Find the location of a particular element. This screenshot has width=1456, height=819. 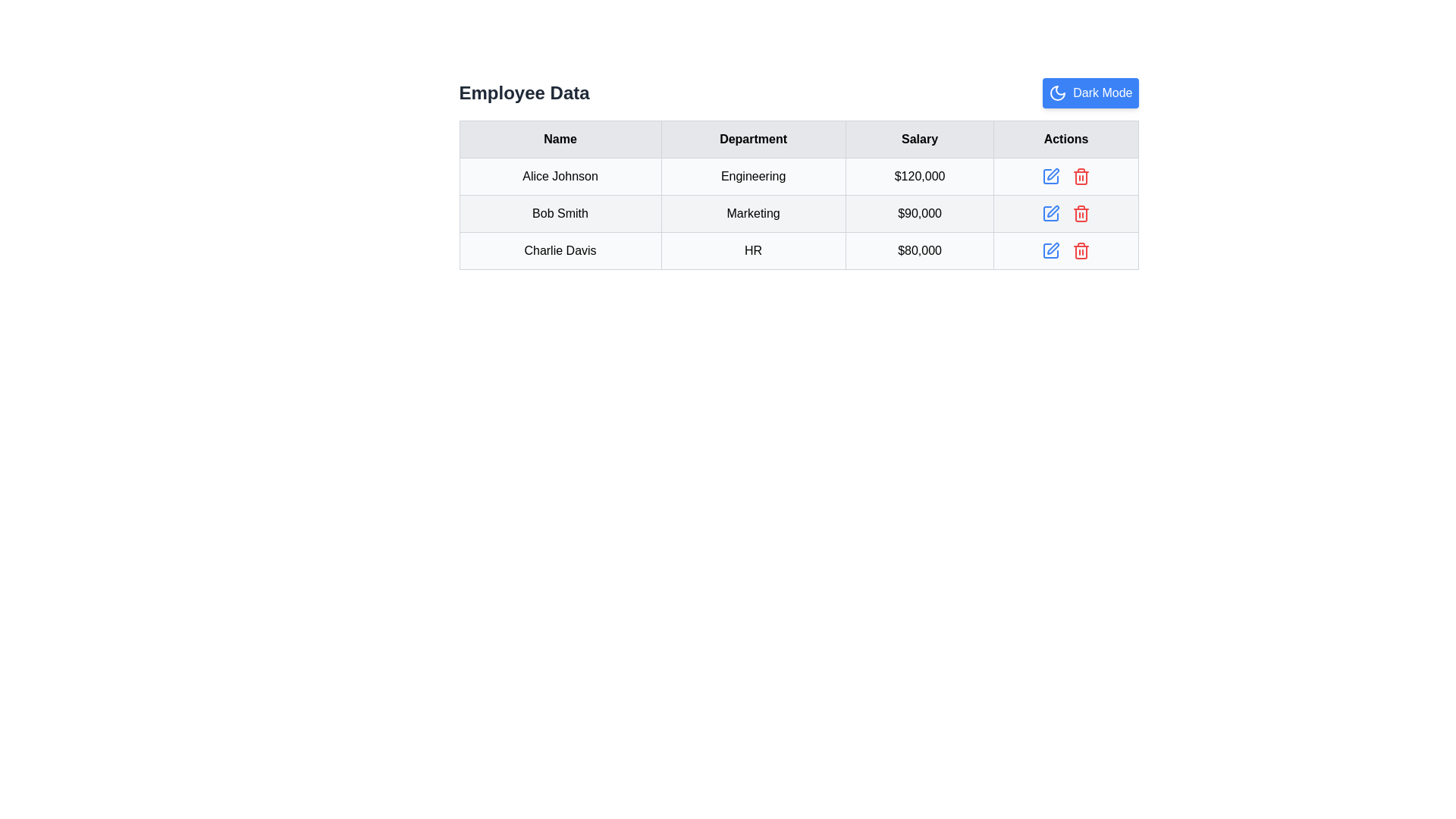

the 'Salary' table header cell, which is the third header in a row of four, indicating the column for employee salaries is located at coordinates (919, 140).